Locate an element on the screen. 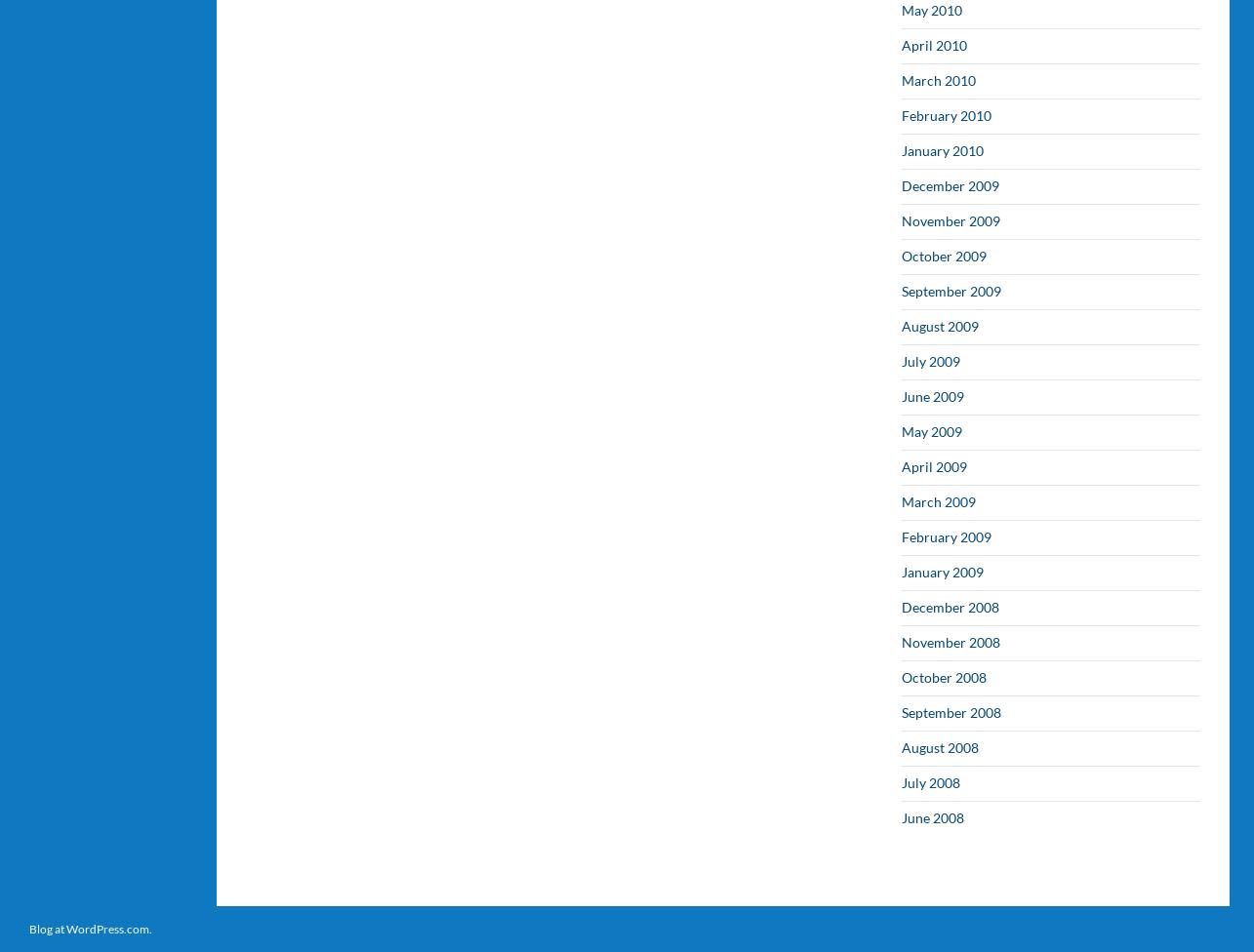 The width and height of the screenshot is (1254, 952). 'December 2009' is located at coordinates (951, 184).